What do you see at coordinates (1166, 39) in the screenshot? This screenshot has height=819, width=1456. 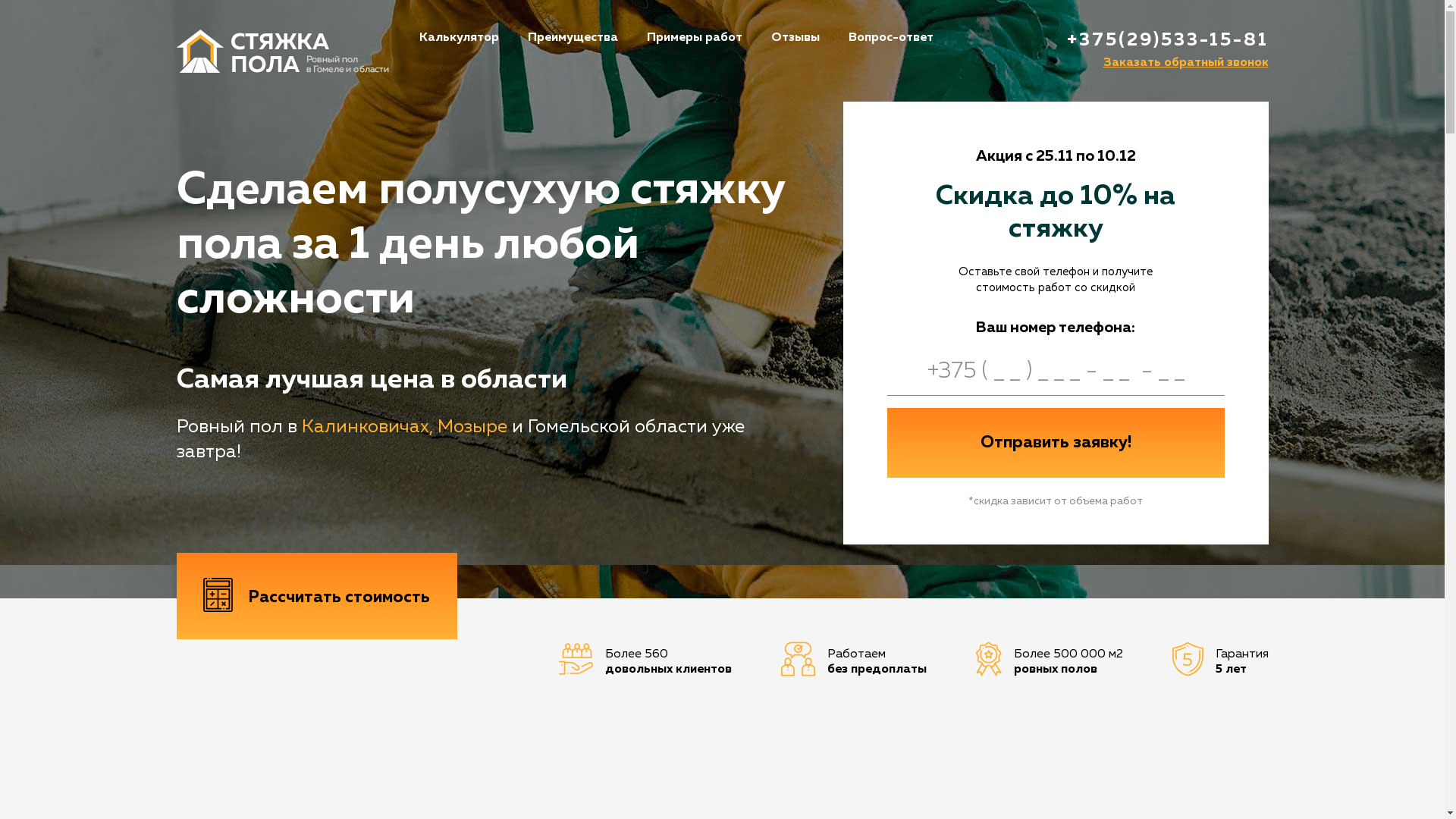 I see `'+375(29)533-15-81'` at bounding box center [1166, 39].